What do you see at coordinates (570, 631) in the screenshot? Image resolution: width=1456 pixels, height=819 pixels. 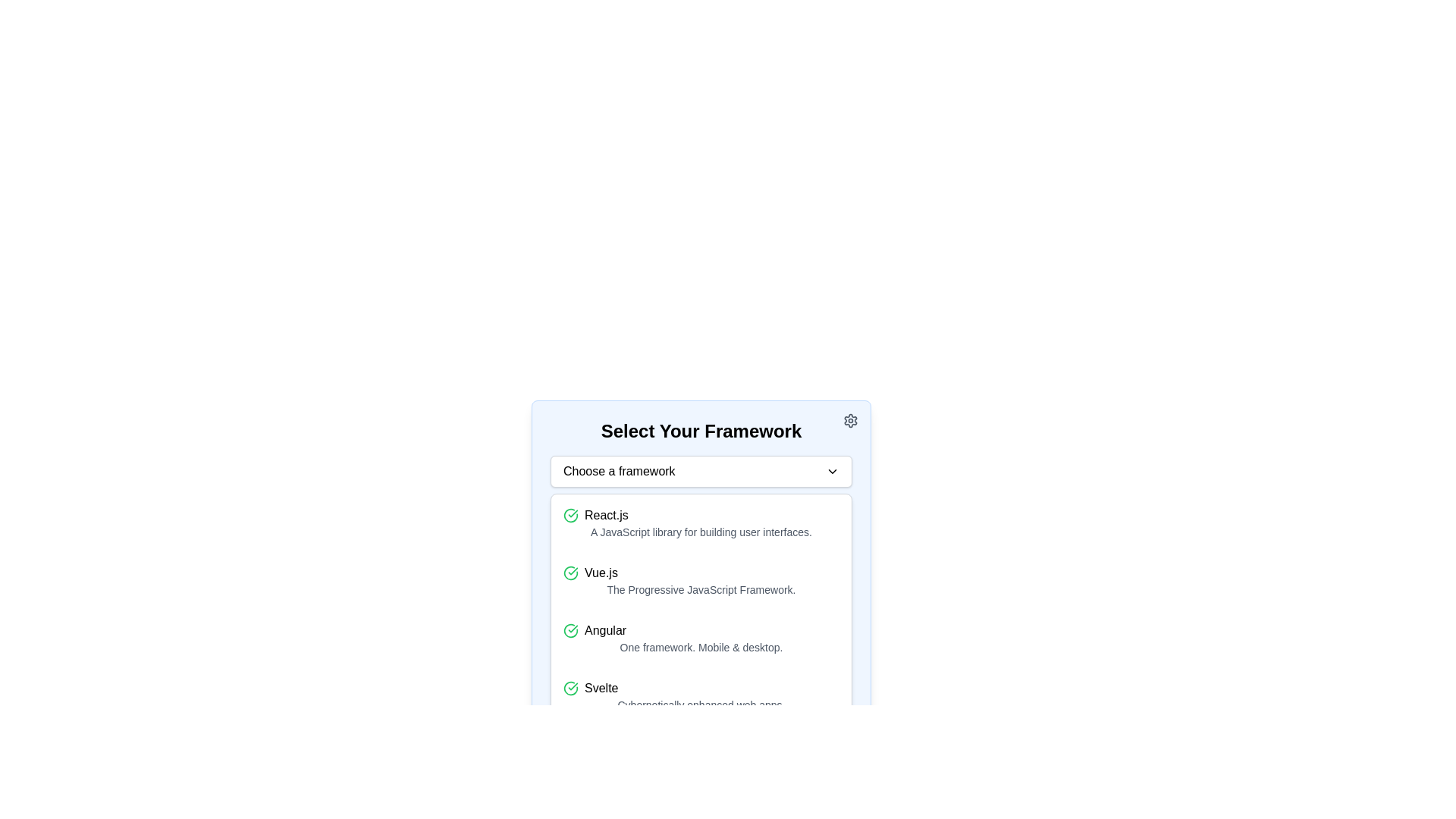 I see `the SVG icon representing the 'Angular' framework in the list of frameworks` at bounding box center [570, 631].